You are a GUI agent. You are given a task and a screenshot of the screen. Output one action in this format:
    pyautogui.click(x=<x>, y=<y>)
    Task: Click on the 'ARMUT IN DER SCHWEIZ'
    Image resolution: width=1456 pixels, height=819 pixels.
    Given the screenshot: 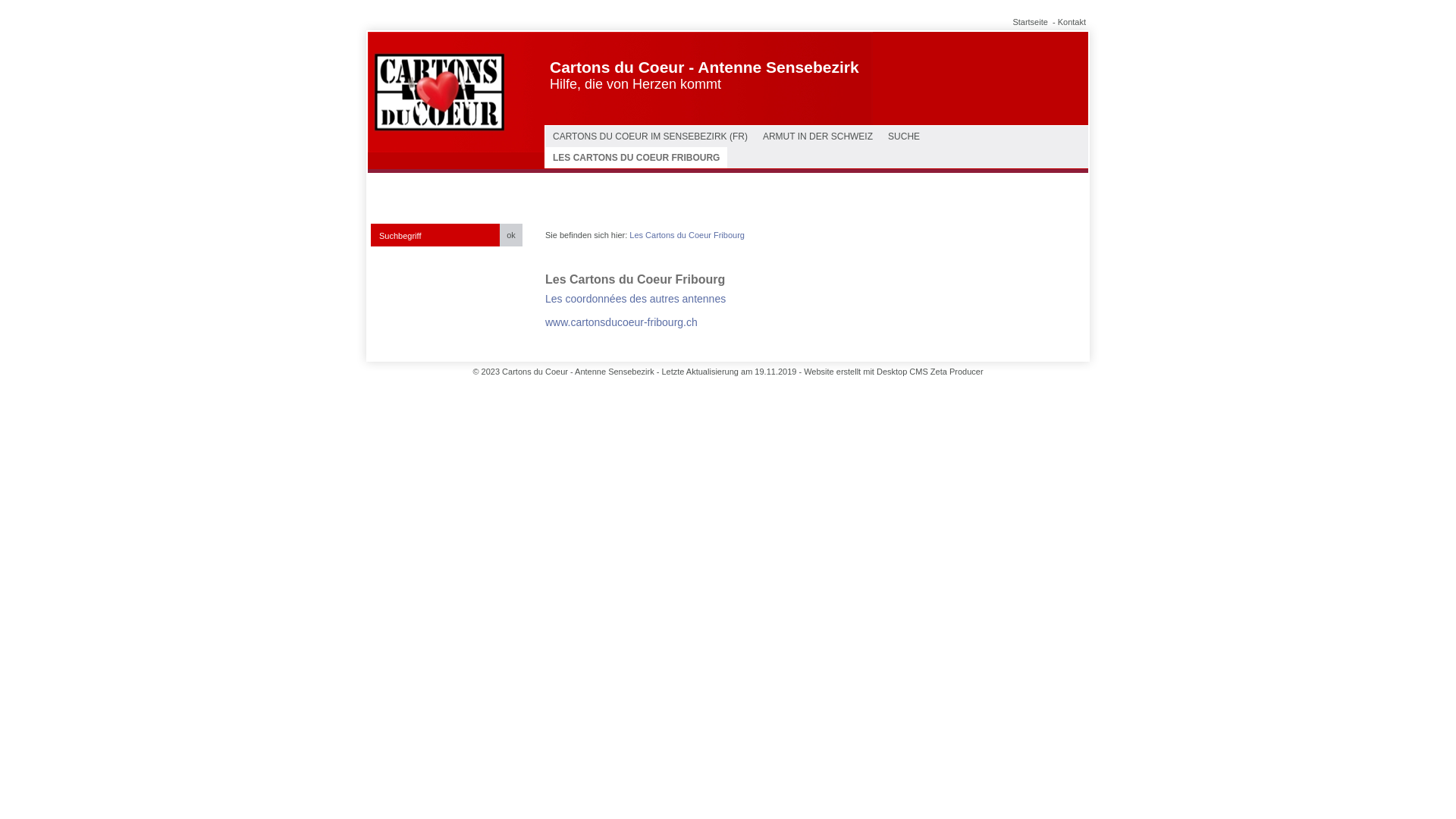 What is the action you would take?
    pyautogui.click(x=817, y=136)
    